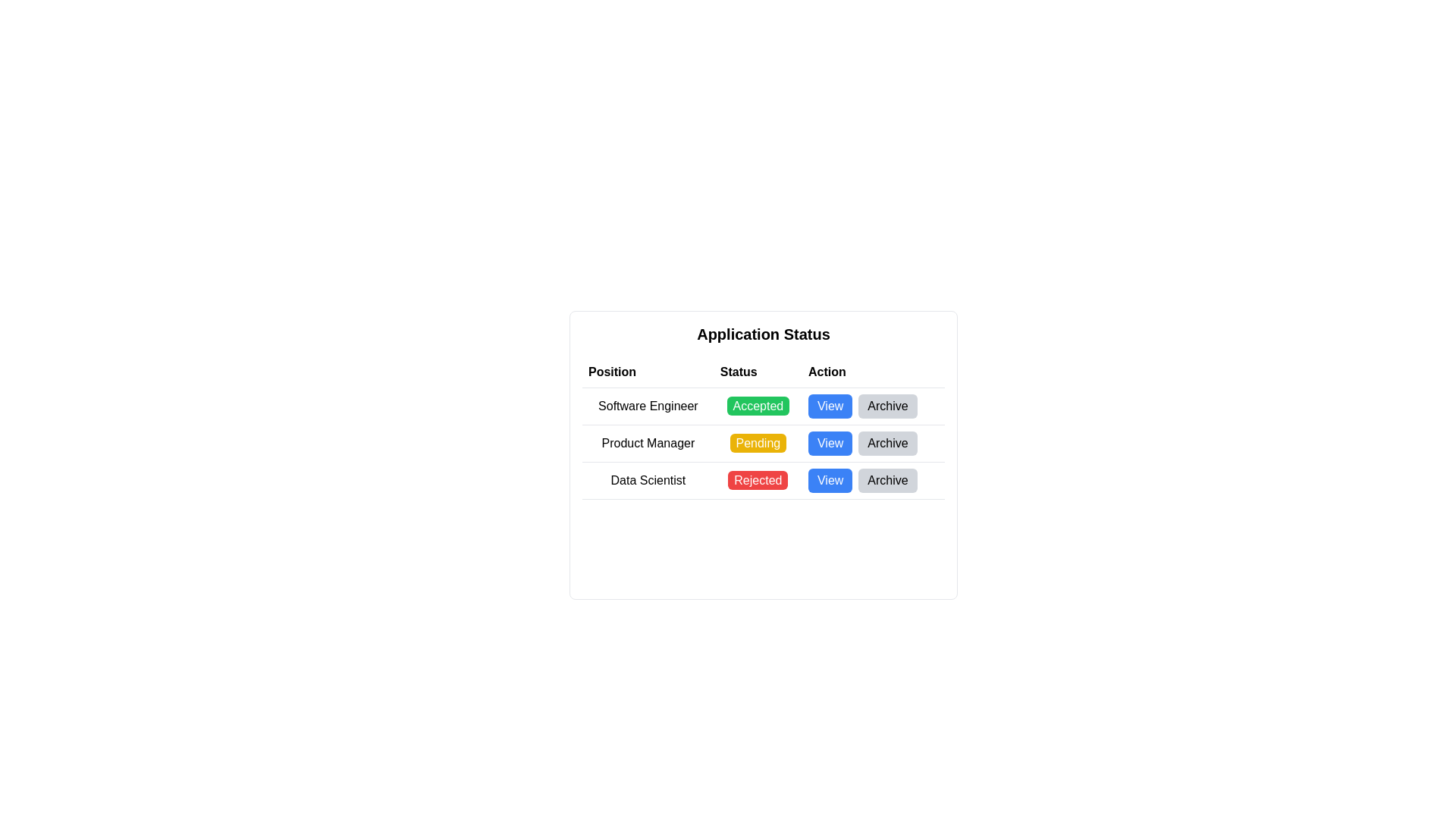 This screenshot has height=819, width=1456. What do you see at coordinates (888, 480) in the screenshot?
I see `the 'Archive' button, which is the second button in the 'Action' column for the 'Data Scientist' position in the application status table` at bounding box center [888, 480].